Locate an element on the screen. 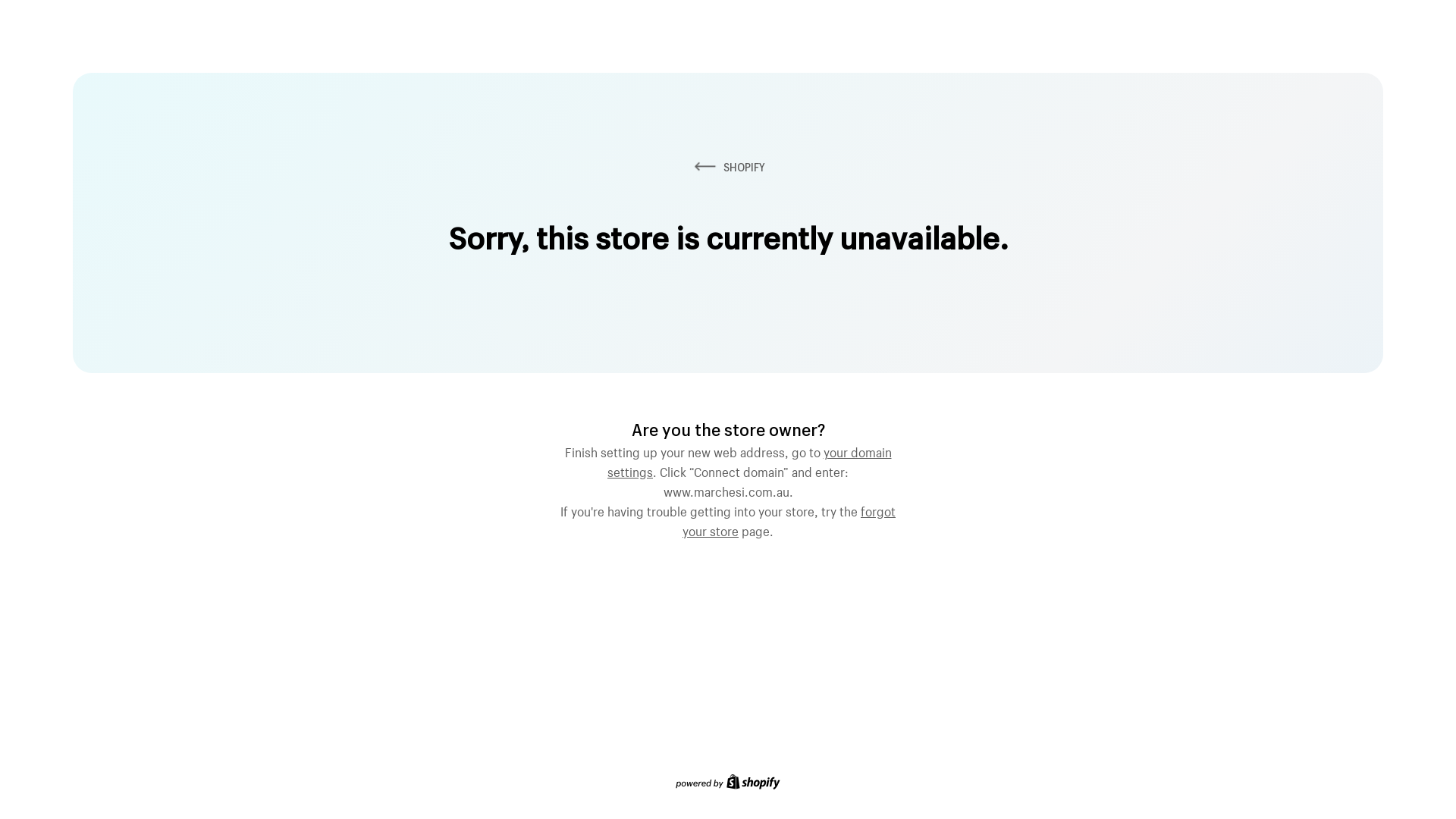 The image size is (1456, 819). 'forgot your store' is located at coordinates (789, 519).